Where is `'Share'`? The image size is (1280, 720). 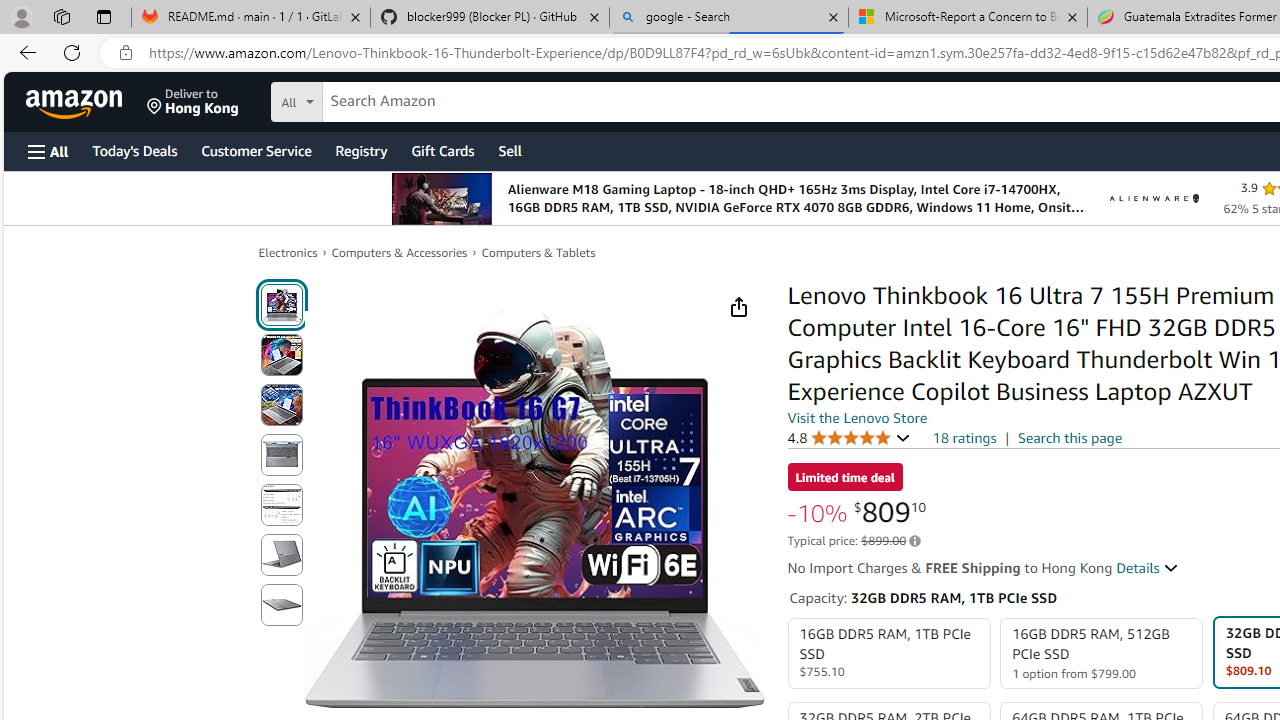
'Share' is located at coordinates (737, 307).